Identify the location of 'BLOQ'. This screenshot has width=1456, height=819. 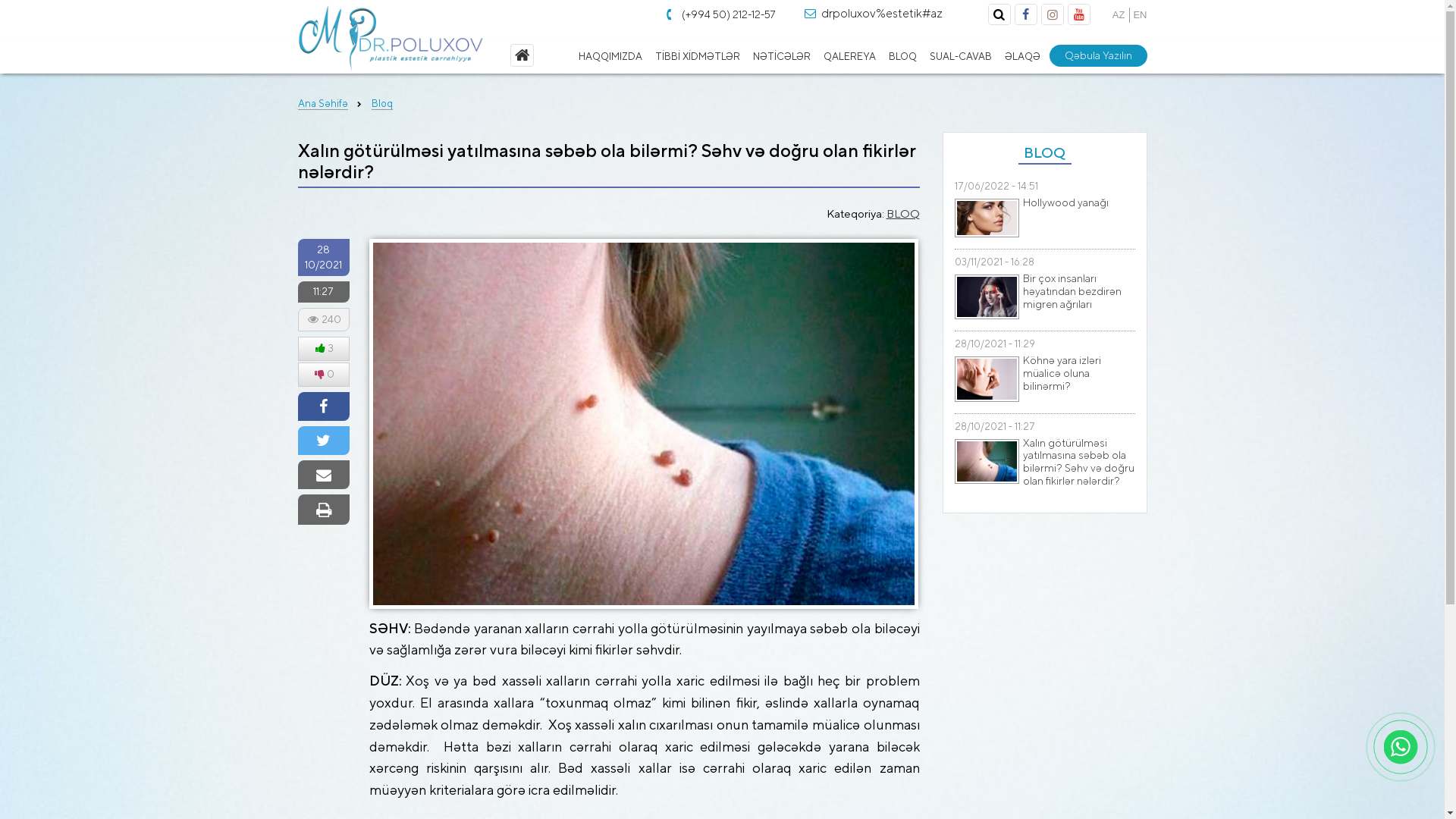
(887, 55).